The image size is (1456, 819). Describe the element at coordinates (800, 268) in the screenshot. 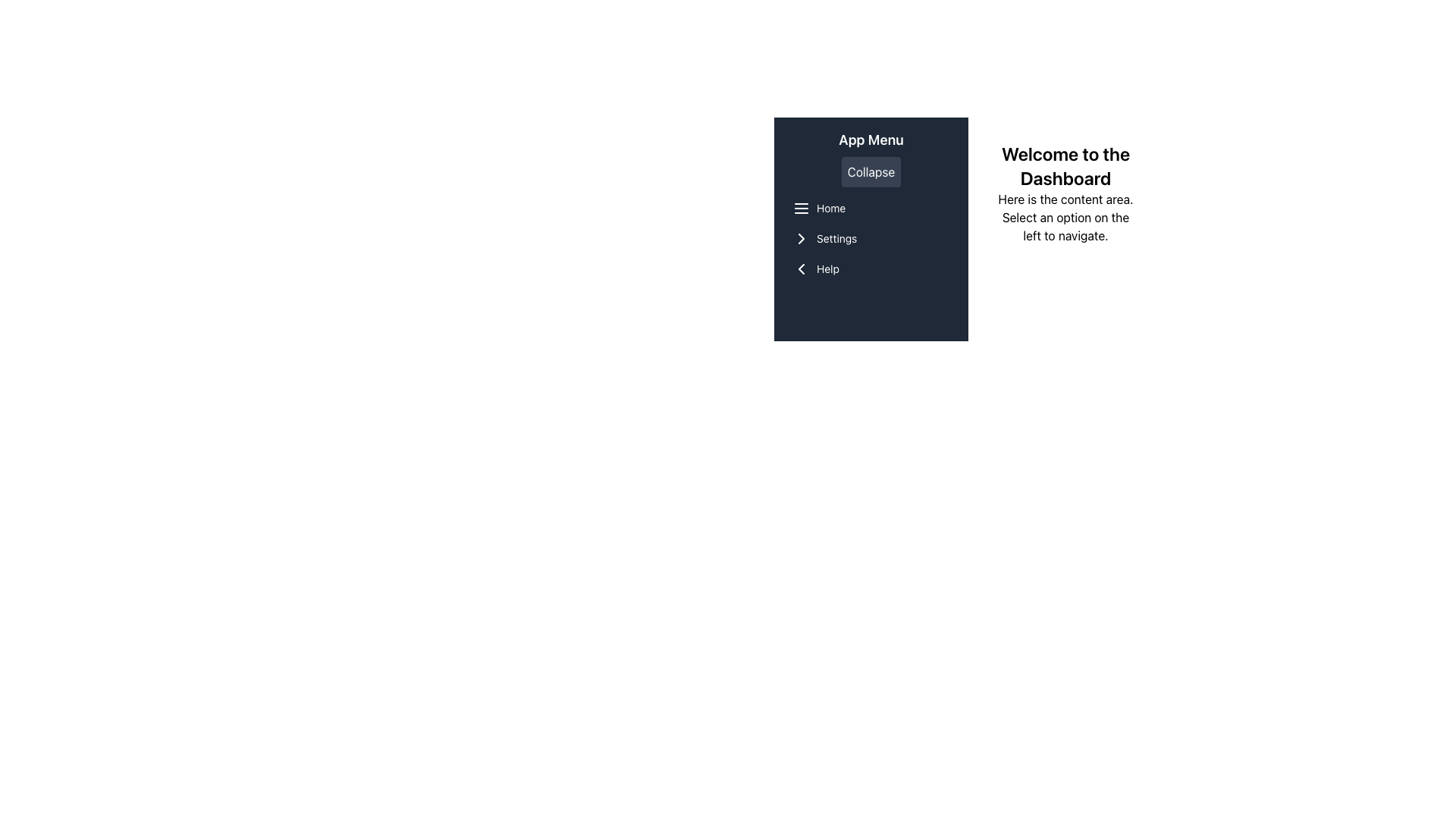

I see `the left-facing chevron icon inside the dark rectangular 'Help' button` at that location.